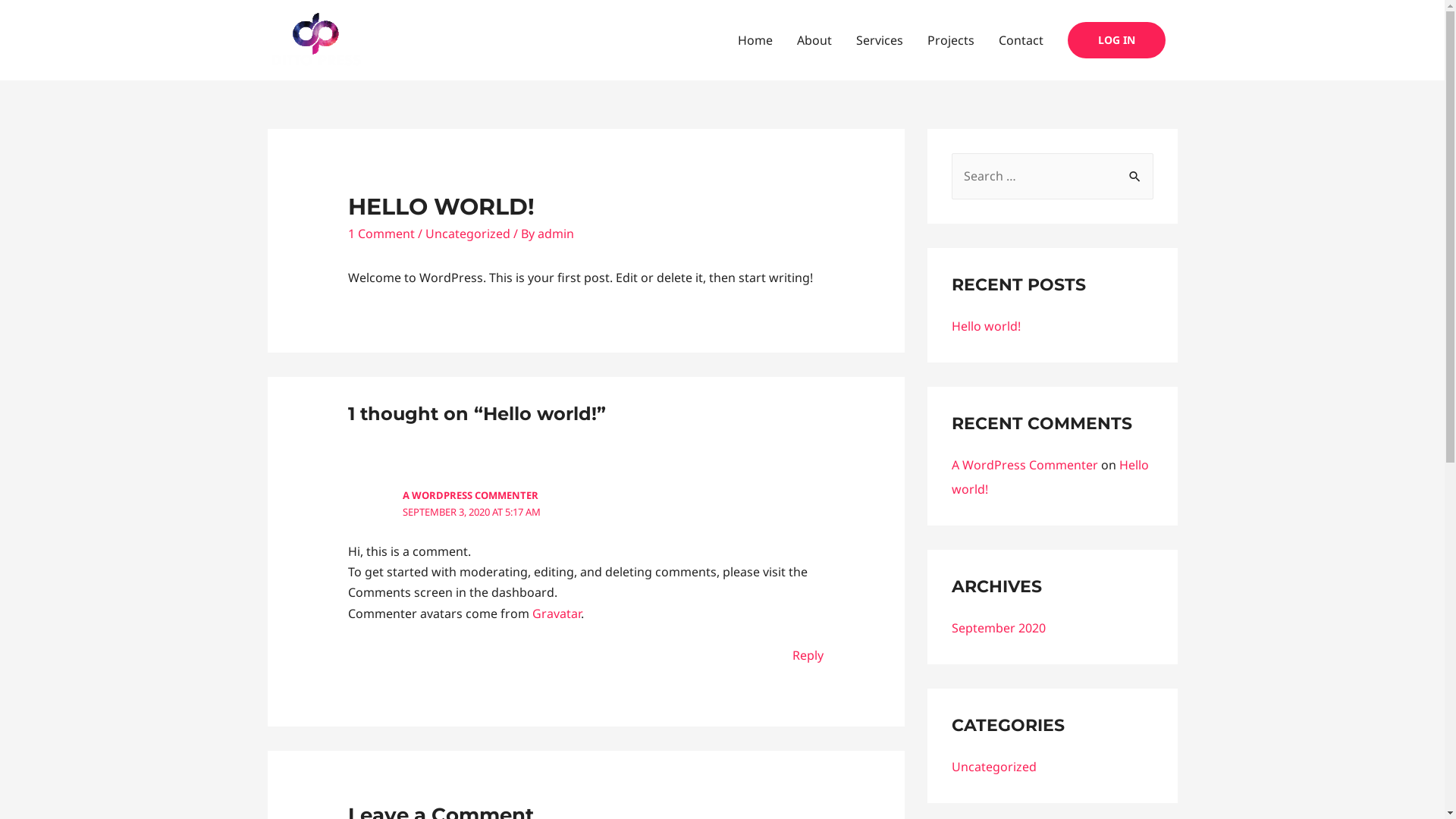  I want to click on 'SEPTEMBER 3, 2020 AT 5:17 AM', so click(471, 512).